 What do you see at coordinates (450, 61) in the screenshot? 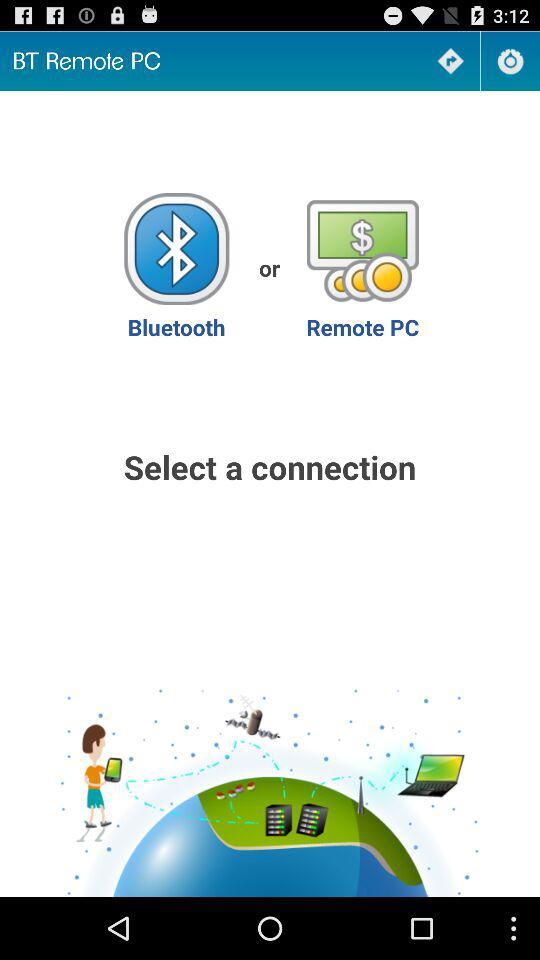
I see `go next page` at bounding box center [450, 61].